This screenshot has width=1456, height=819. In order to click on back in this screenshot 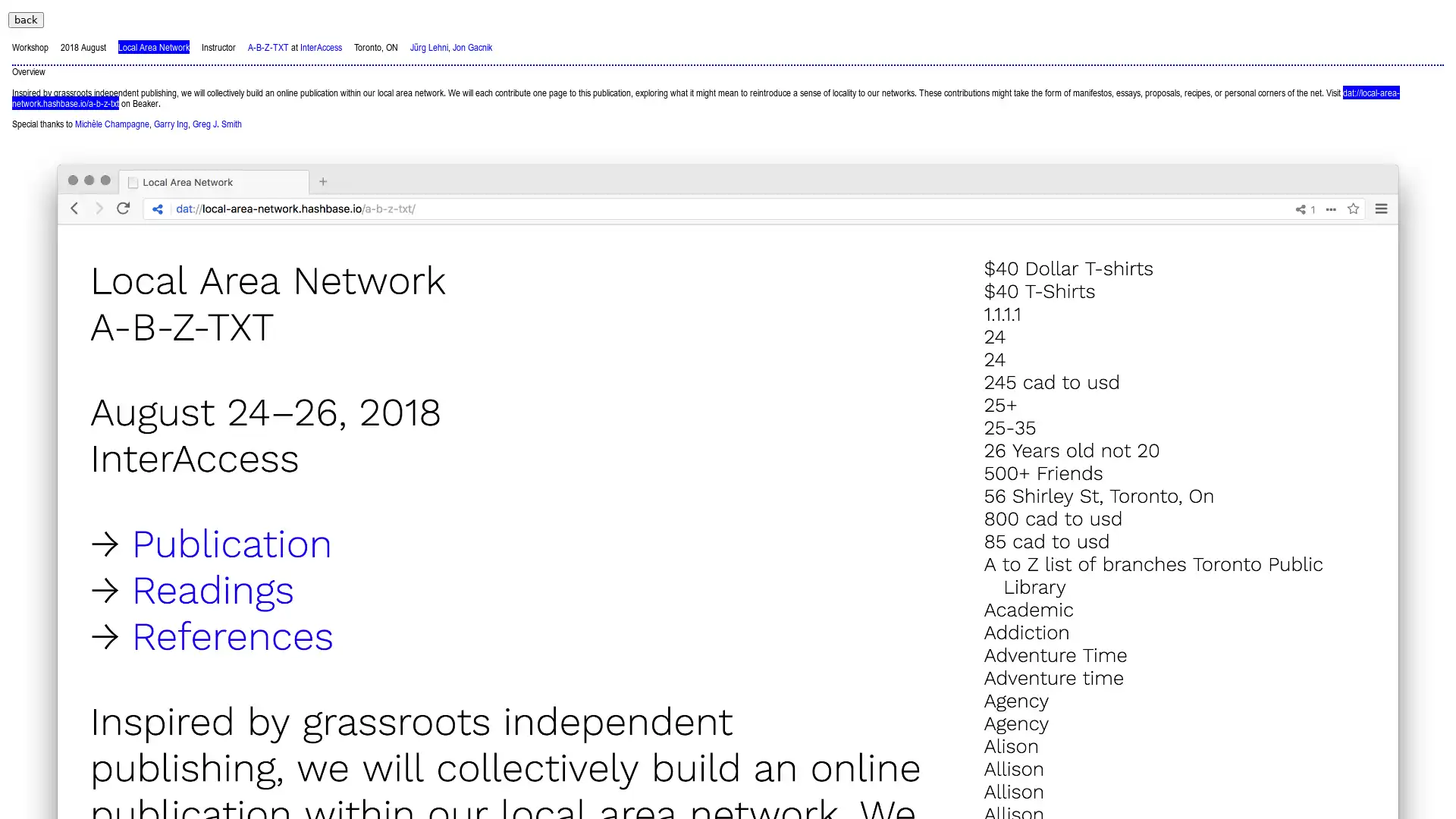, I will do `click(26, 20)`.